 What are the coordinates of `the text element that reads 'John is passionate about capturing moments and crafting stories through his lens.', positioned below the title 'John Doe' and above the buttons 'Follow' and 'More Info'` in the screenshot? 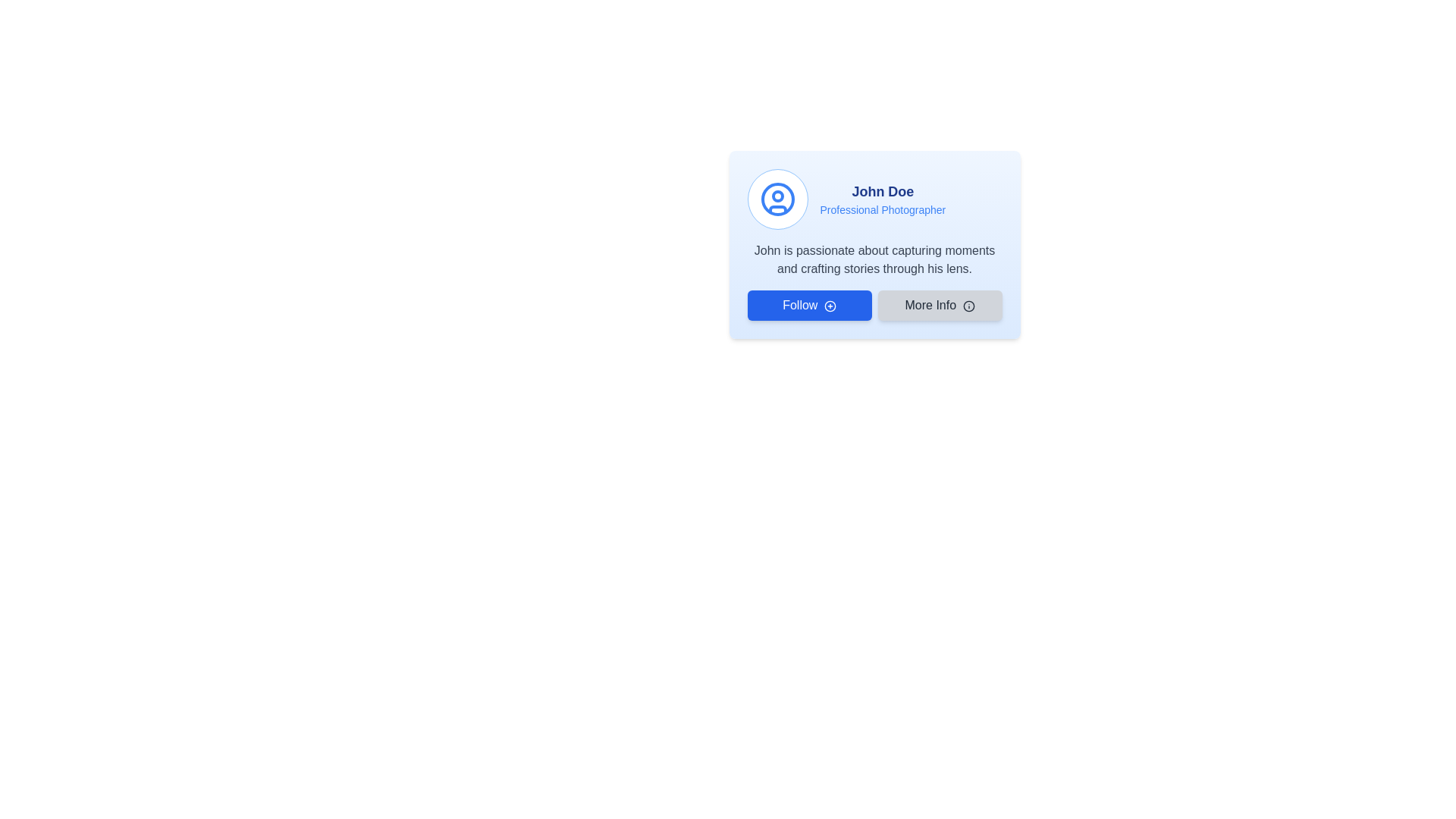 It's located at (874, 259).